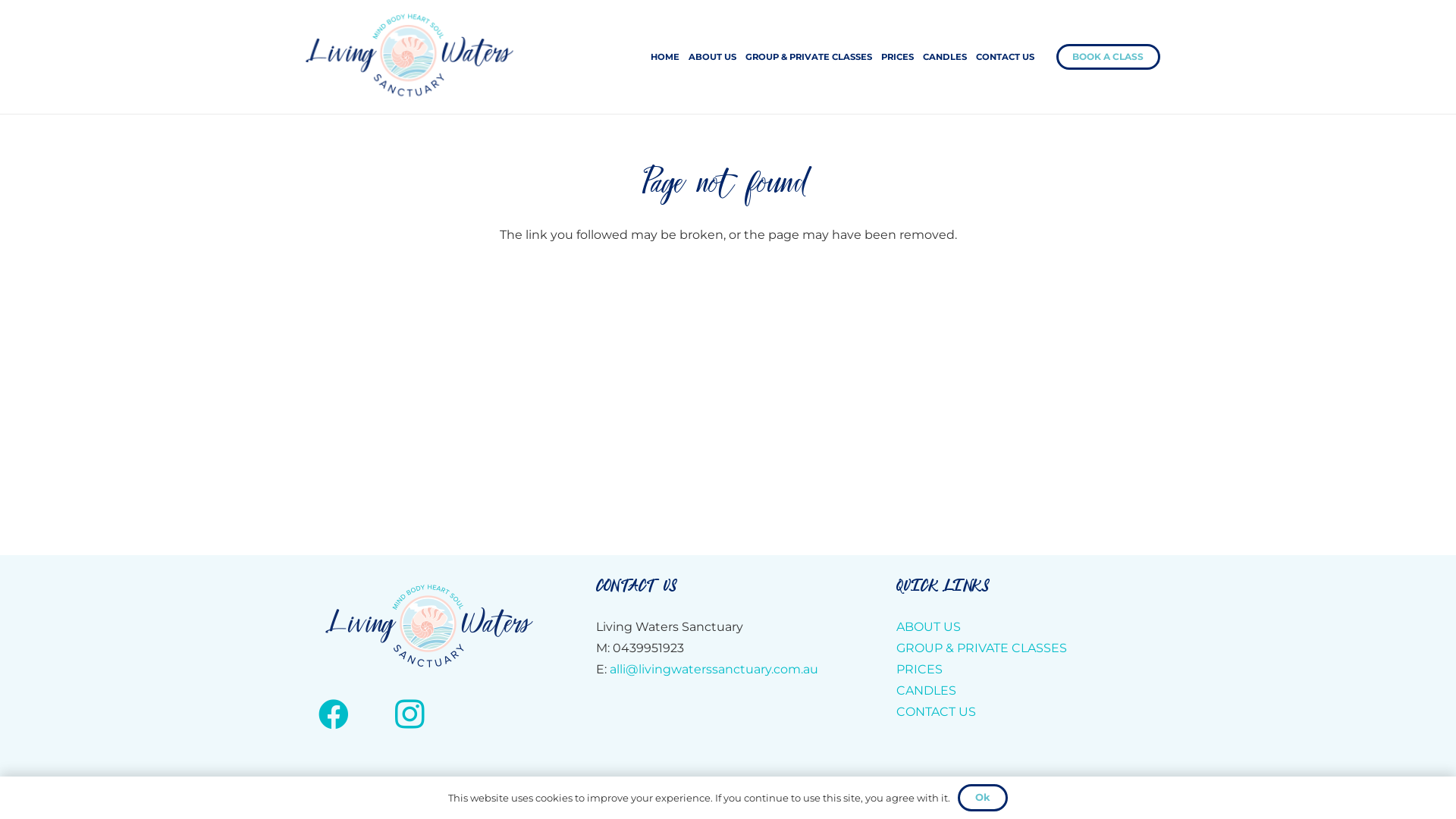 This screenshot has height=819, width=1456. What do you see at coordinates (333, 714) in the screenshot?
I see `'Facebook'` at bounding box center [333, 714].